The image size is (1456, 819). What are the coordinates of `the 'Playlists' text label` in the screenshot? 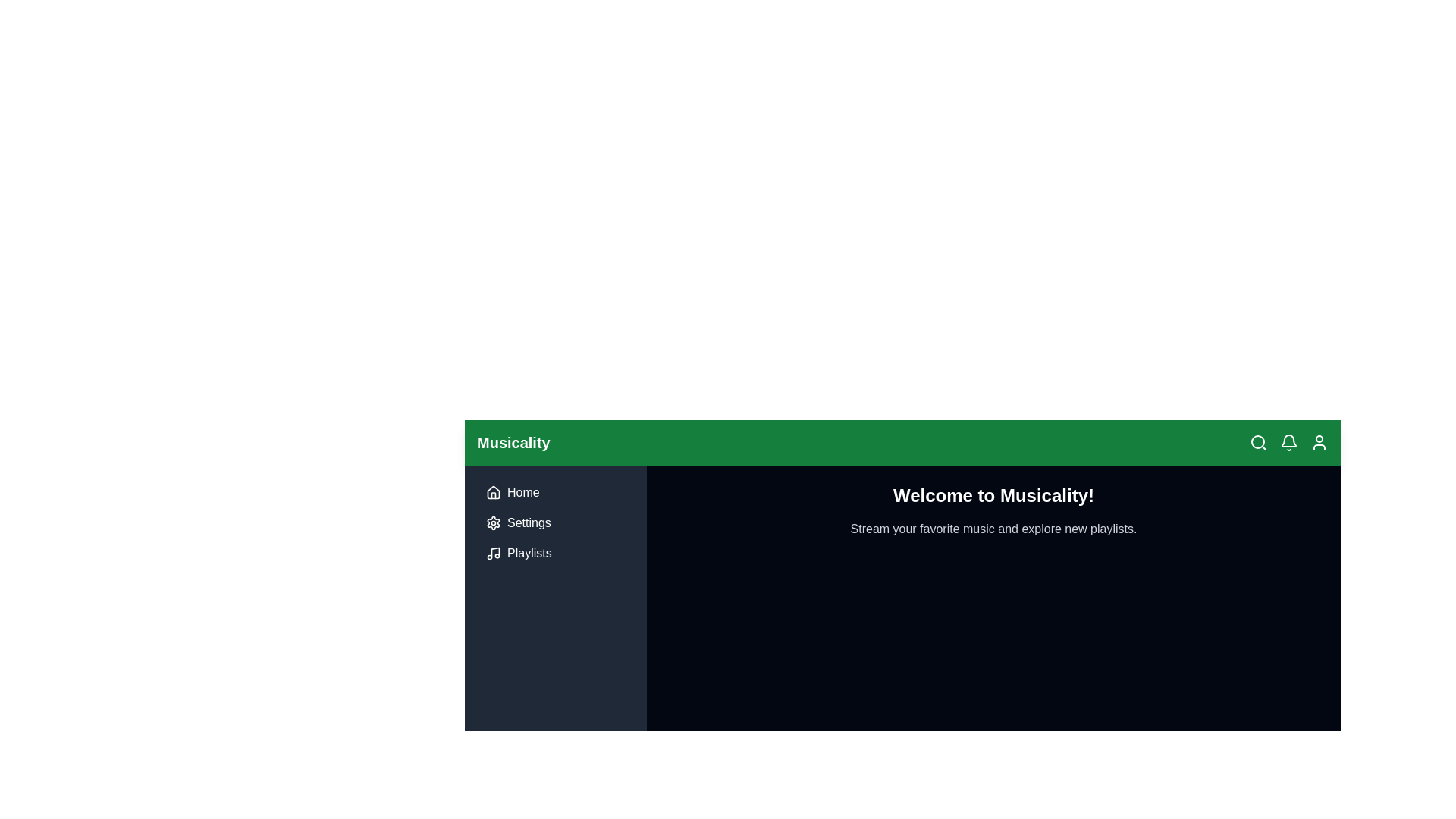 It's located at (529, 553).